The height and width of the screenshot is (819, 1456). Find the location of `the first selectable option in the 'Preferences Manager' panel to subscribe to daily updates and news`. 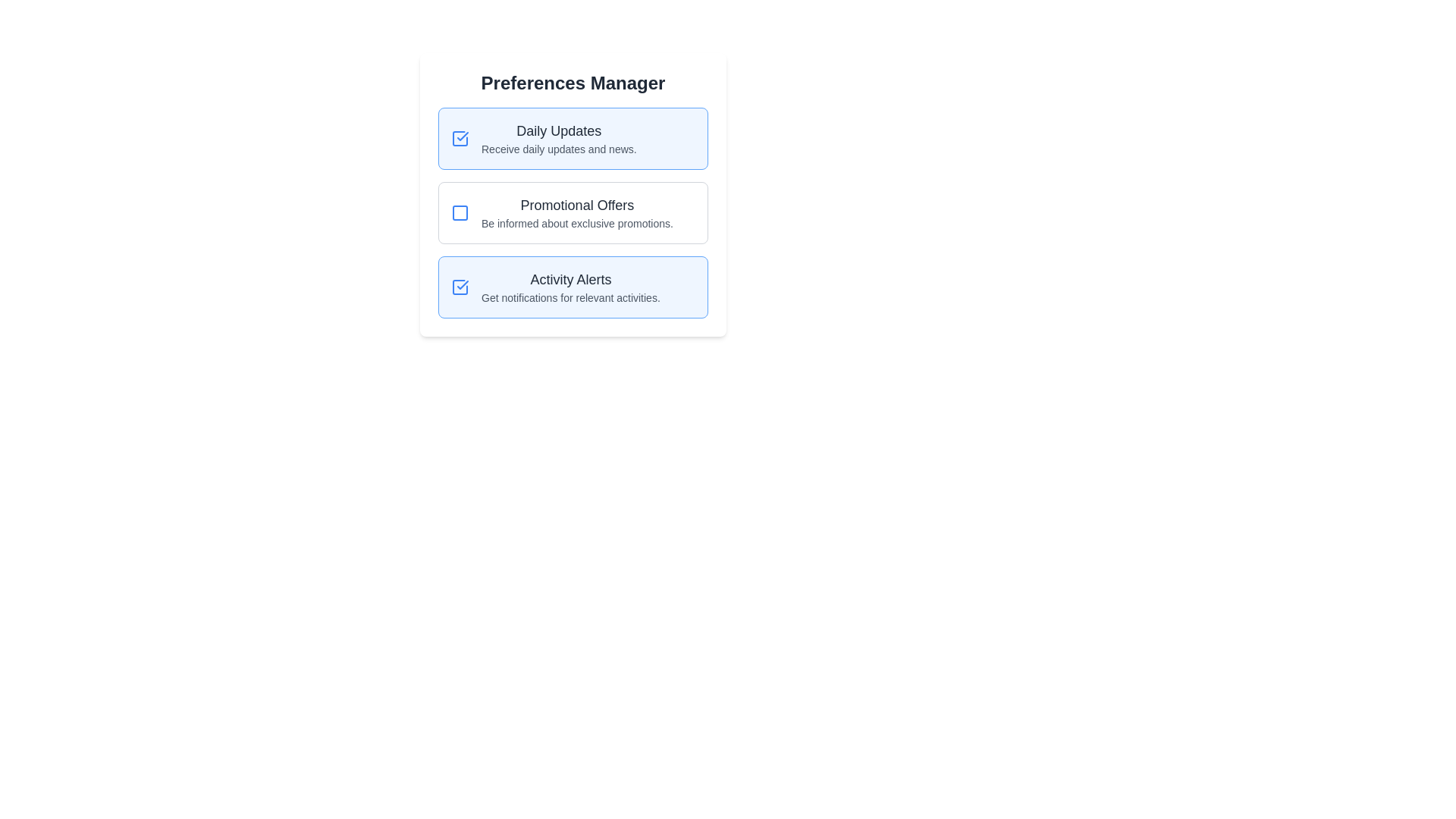

the first selectable option in the 'Preferences Manager' panel to subscribe to daily updates and news is located at coordinates (572, 138).